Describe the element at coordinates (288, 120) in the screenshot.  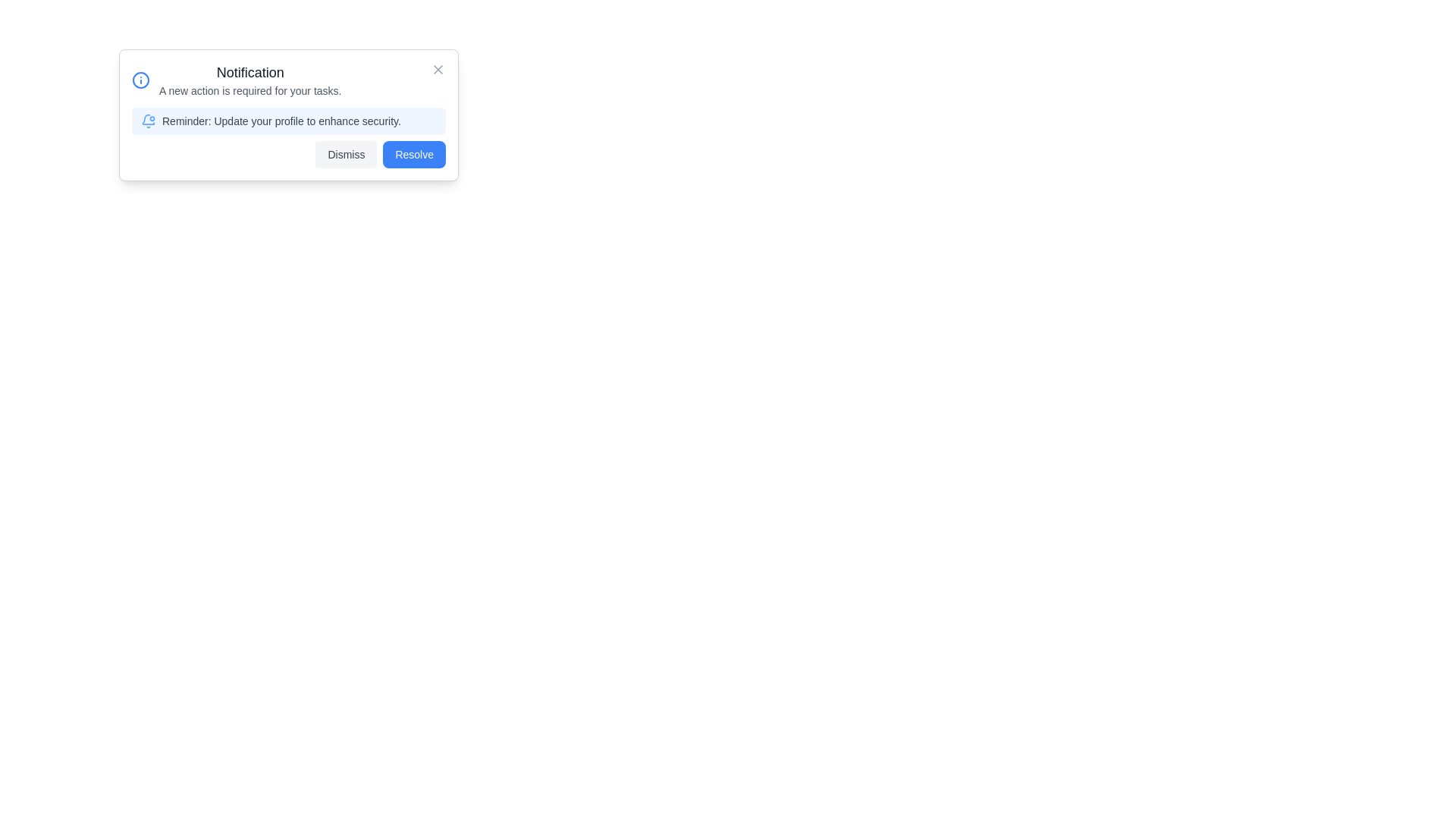
I see `the notification message that reads 'Reminder: Update your profile to enhance security.' which is displayed in a slightly bold, dark-grayish font on a pale blue background, located at the top of the notification popup` at that location.